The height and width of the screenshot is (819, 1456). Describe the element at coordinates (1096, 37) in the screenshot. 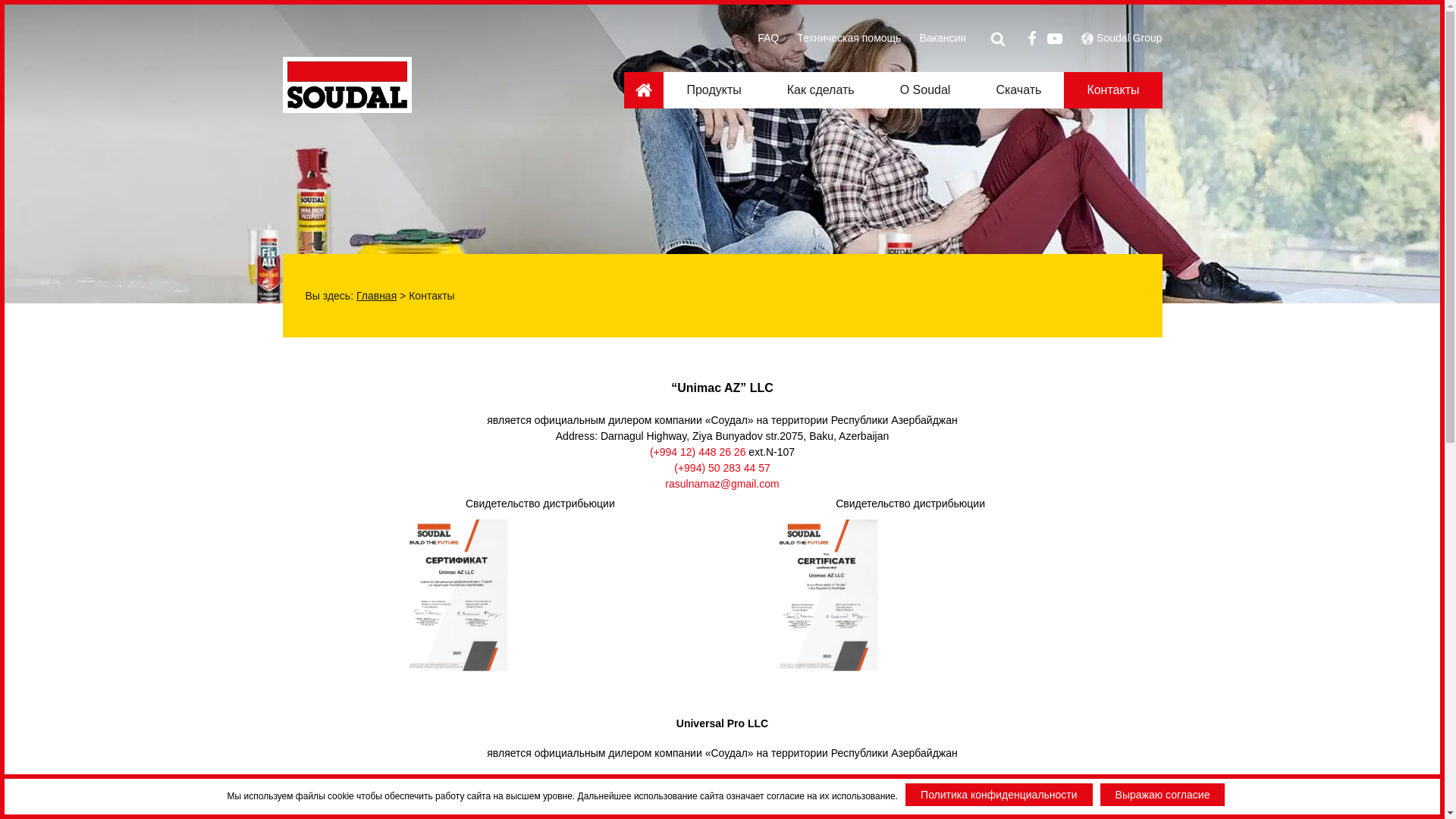

I see `'Soudal Group'` at that location.